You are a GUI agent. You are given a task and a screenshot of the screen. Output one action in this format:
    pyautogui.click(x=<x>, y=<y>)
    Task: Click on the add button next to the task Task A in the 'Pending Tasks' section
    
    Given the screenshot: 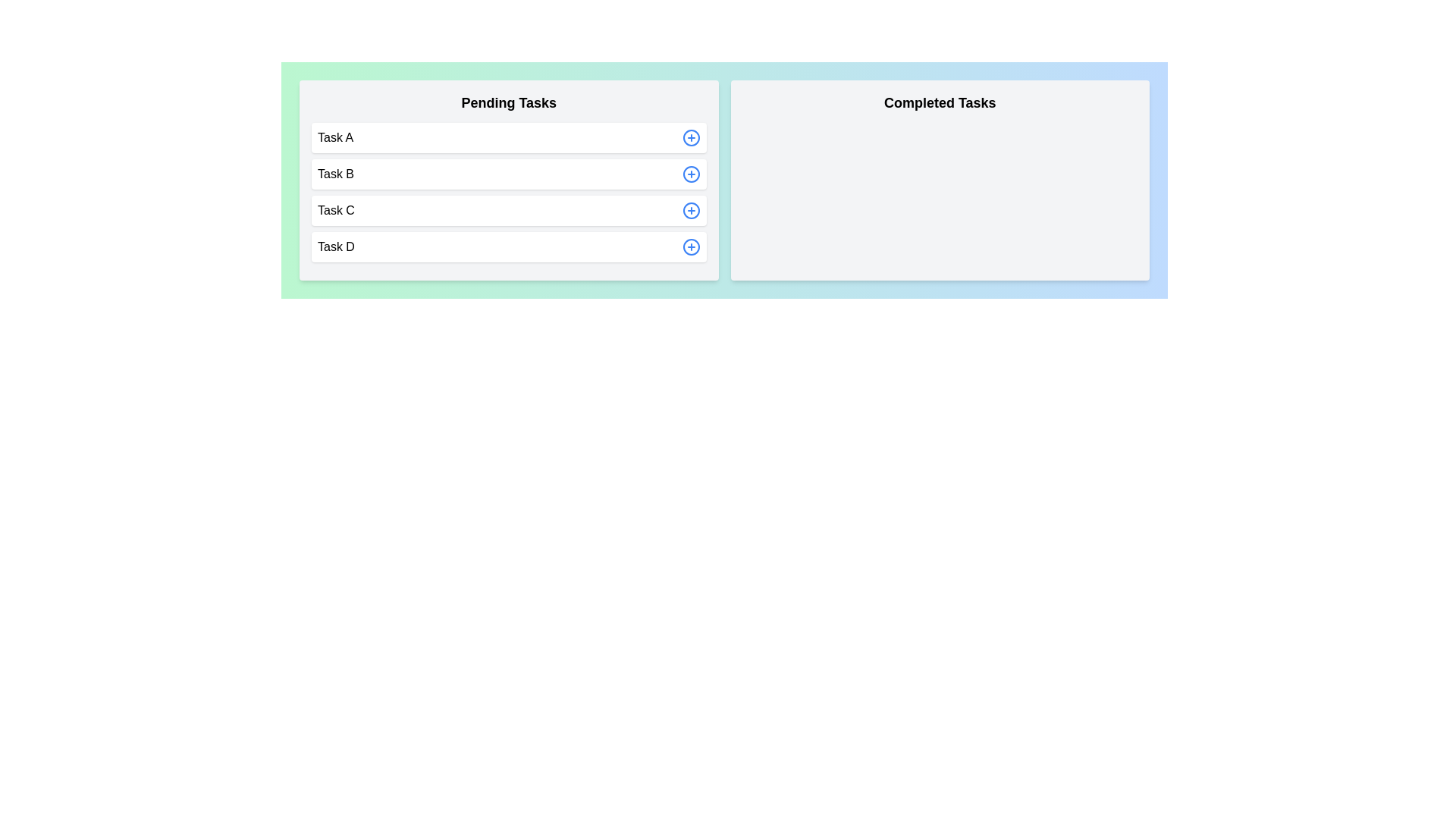 What is the action you would take?
    pyautogui.click(x=690, y=137)
    